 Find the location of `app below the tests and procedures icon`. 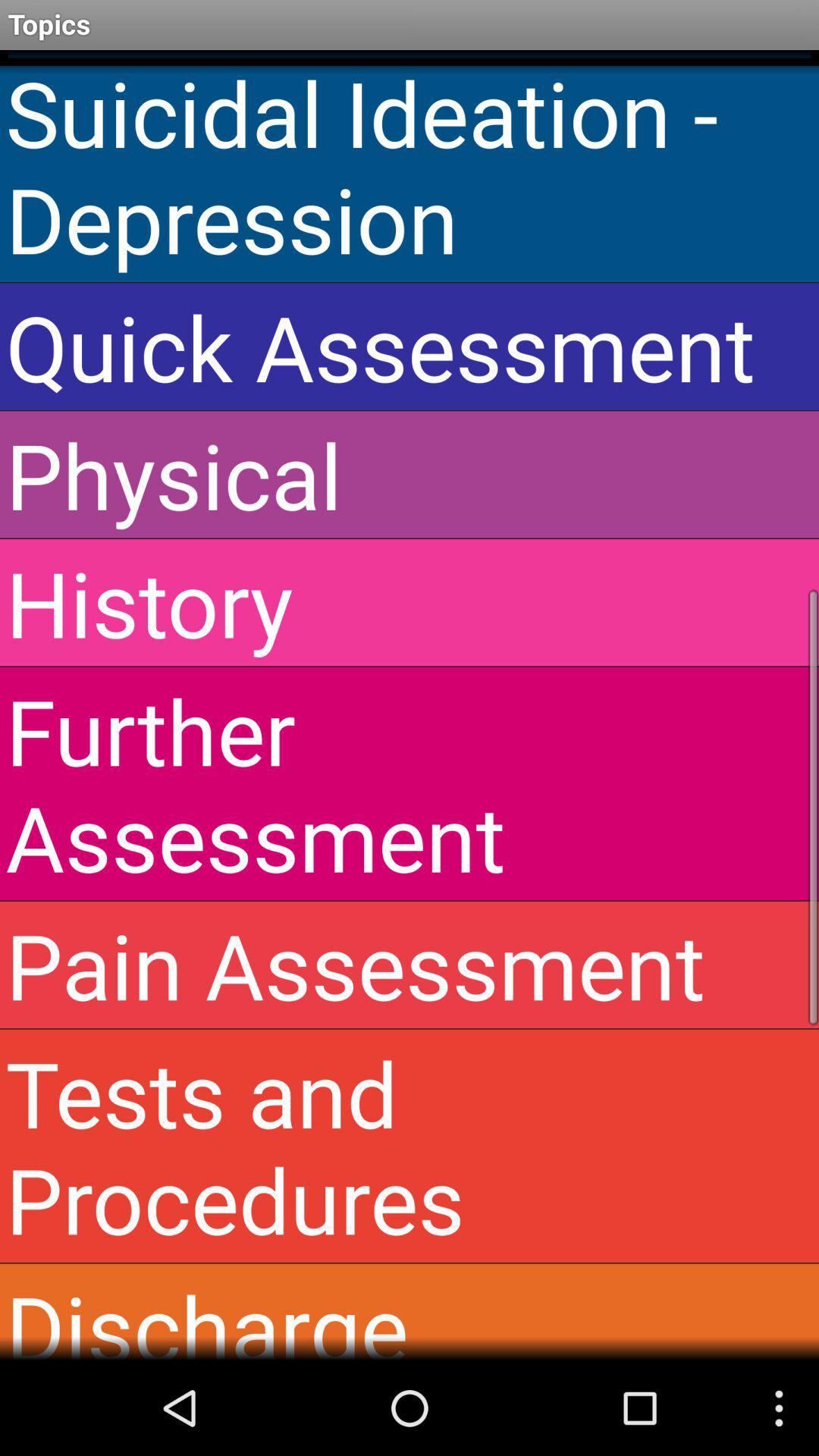

app below the tests and procedures icon is located at coordinates (409, 1311).